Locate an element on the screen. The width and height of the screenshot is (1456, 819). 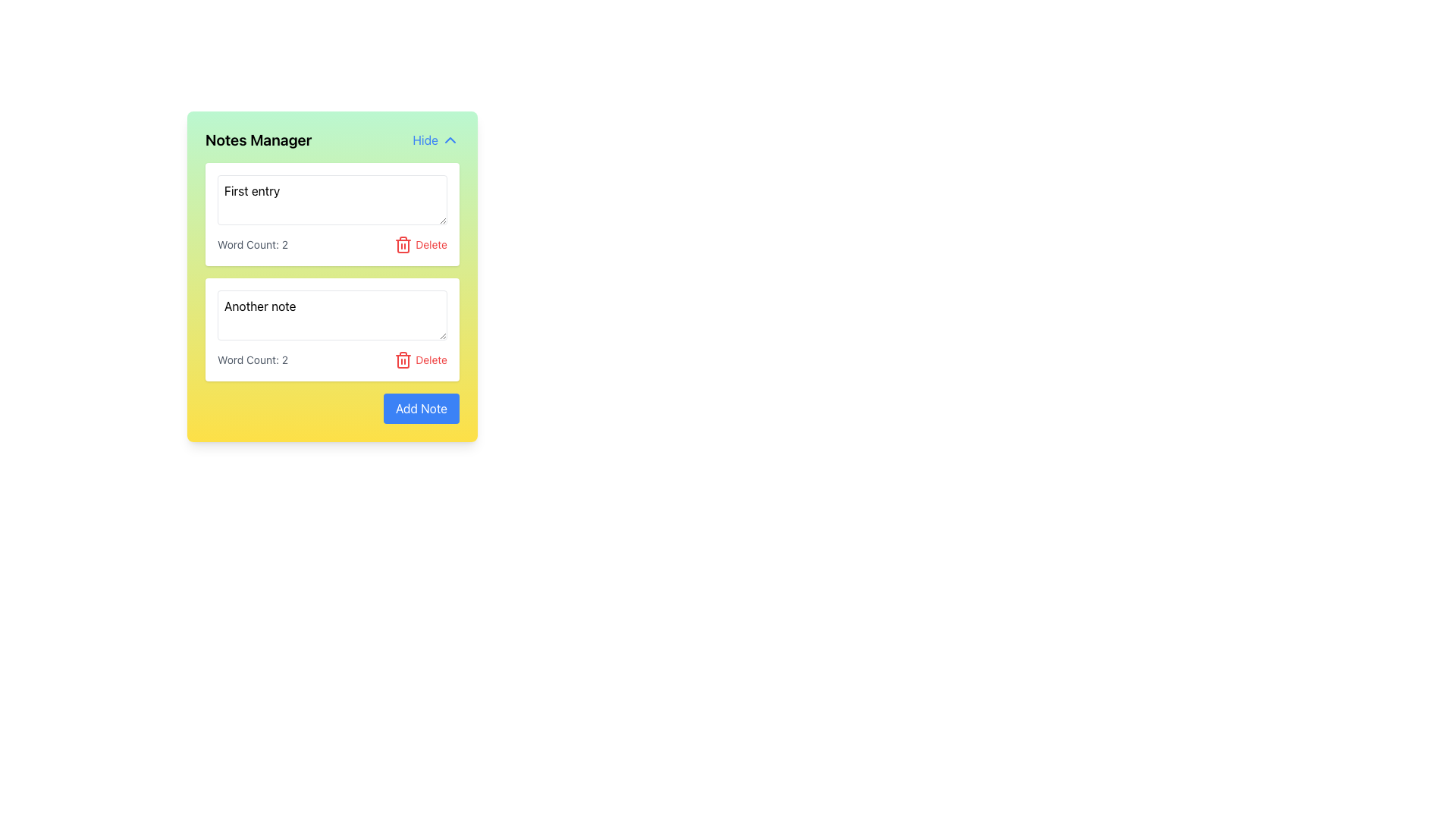
the 'Hide' button located at the top right corner of the 'Notes Manager' section is located at coordinates (435, 140).